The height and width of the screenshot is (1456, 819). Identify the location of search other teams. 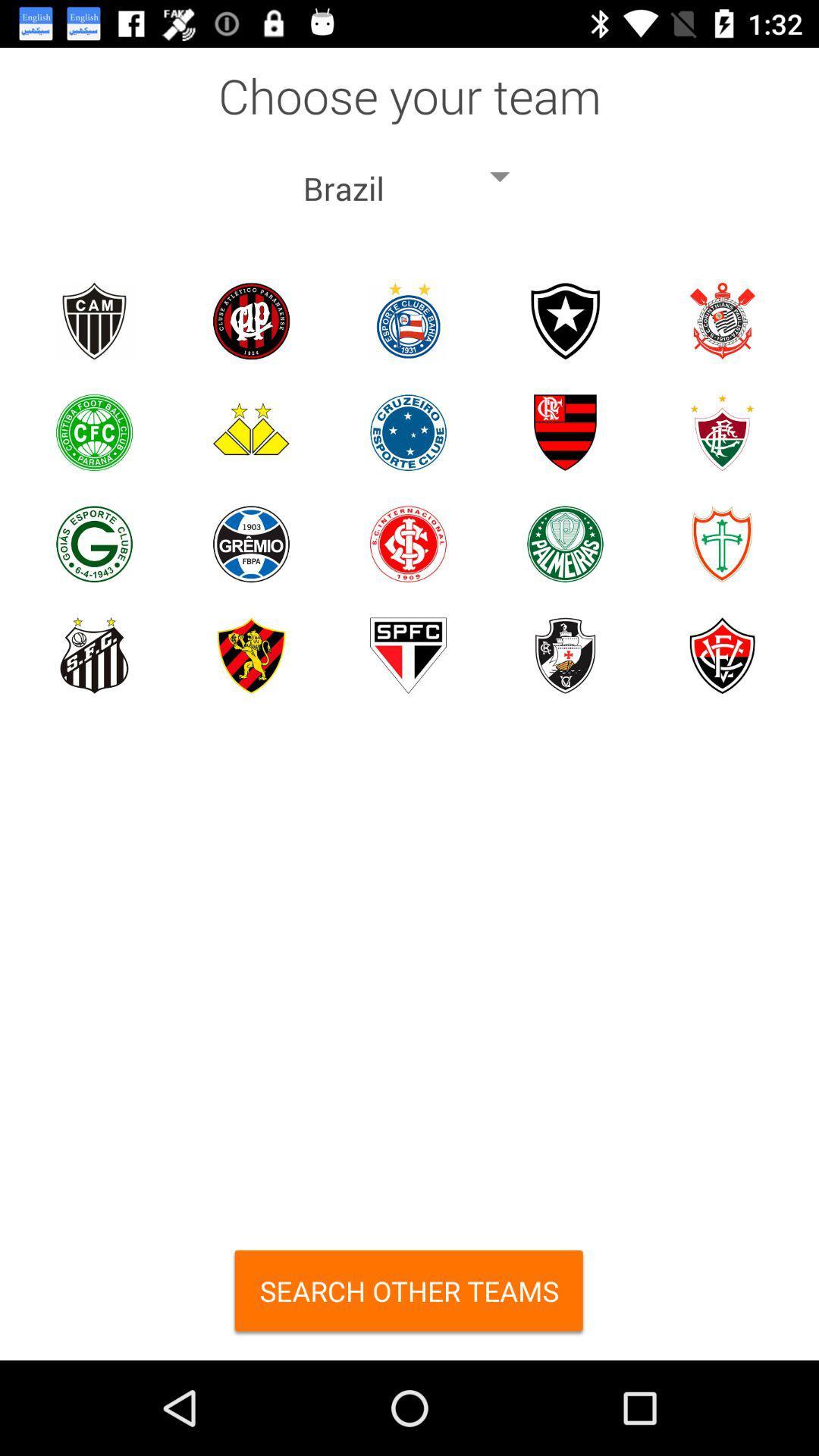
(409, 1295).